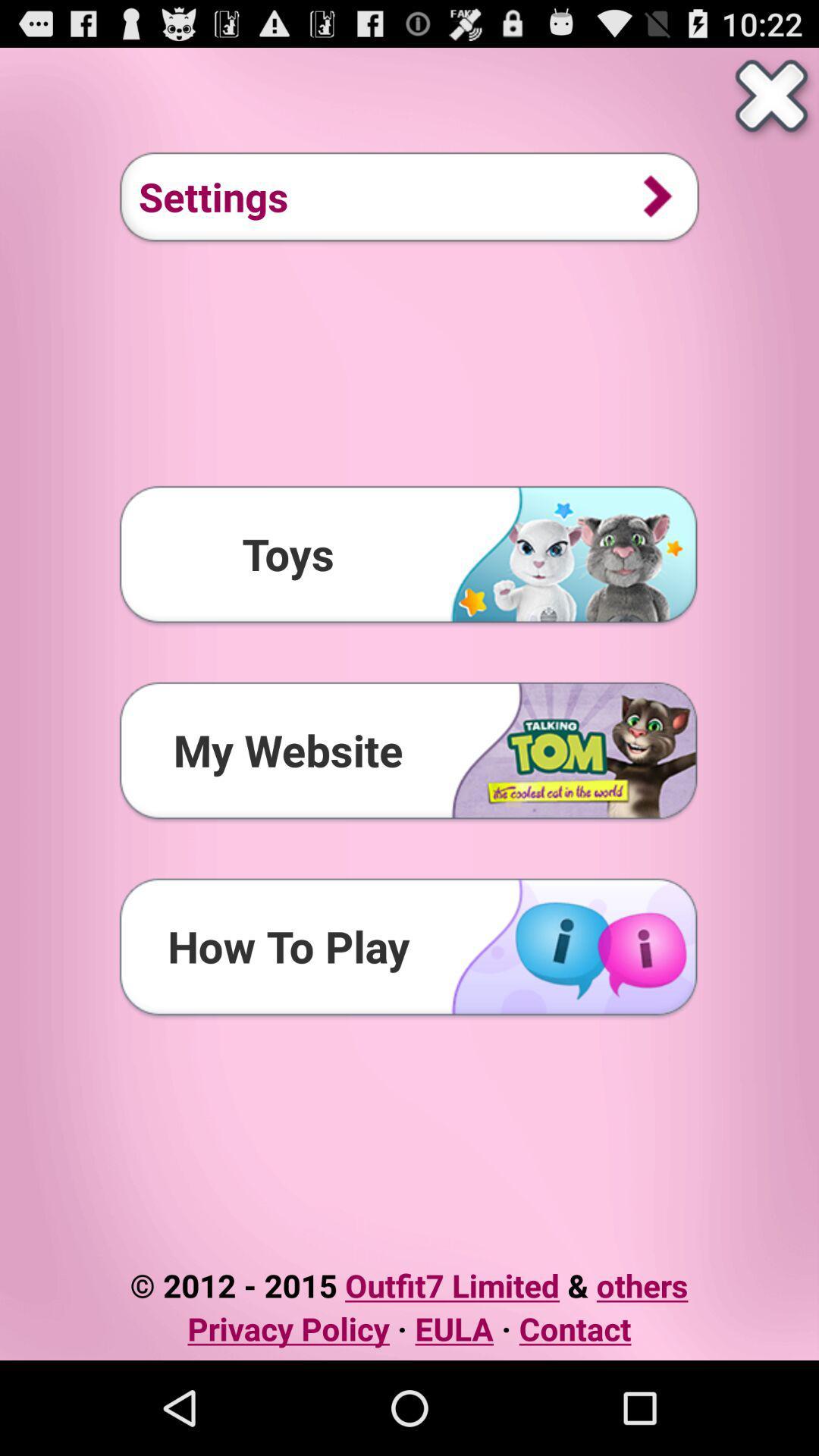  I want to click on item below 2012 2015 outfit7, so click(409, 1328).